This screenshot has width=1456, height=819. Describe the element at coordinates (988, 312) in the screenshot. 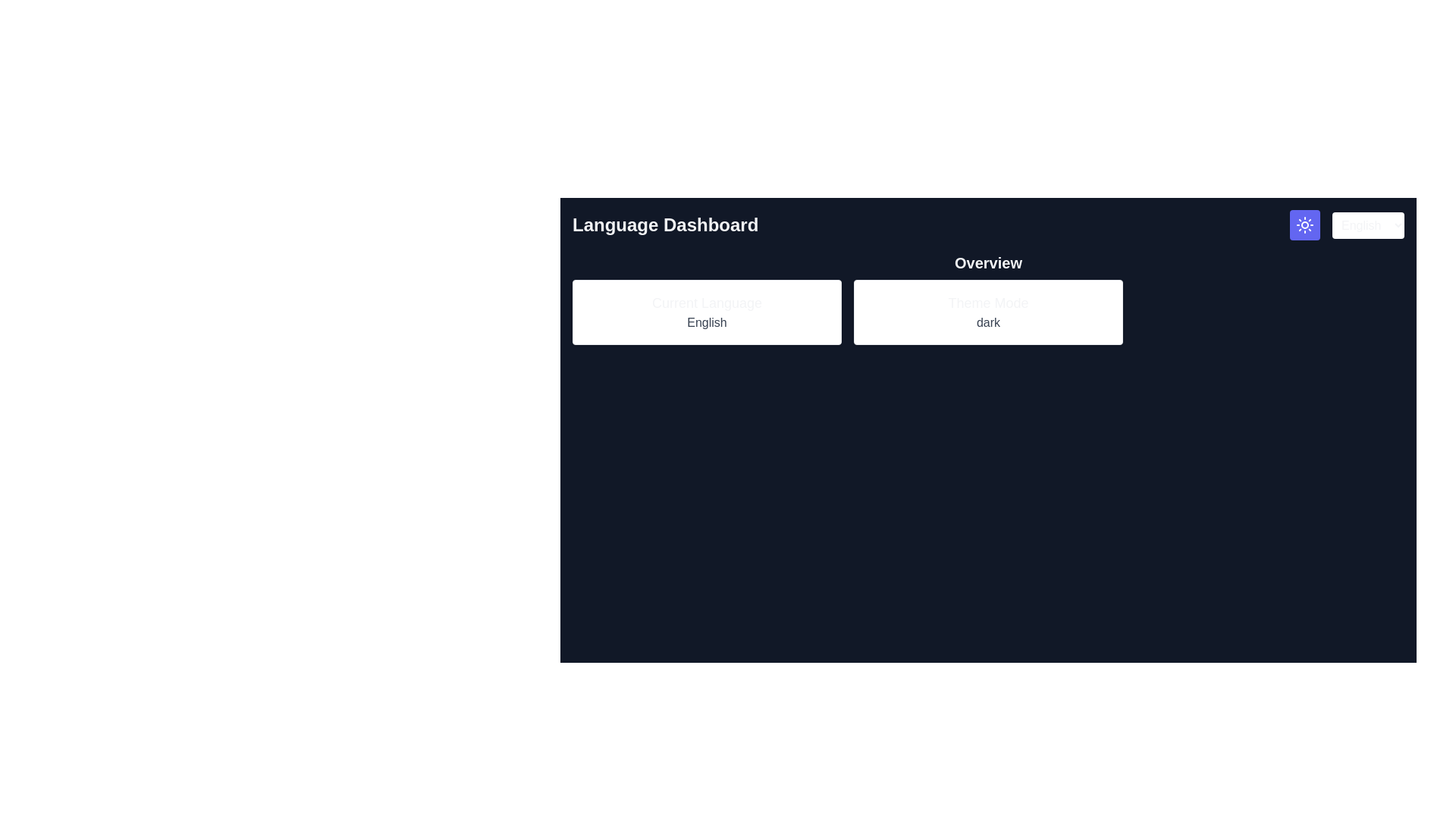

I see `the second informational card titled 'Theme Mode' which displays the text 'dark' in a grid layout of similar cards` at that location.